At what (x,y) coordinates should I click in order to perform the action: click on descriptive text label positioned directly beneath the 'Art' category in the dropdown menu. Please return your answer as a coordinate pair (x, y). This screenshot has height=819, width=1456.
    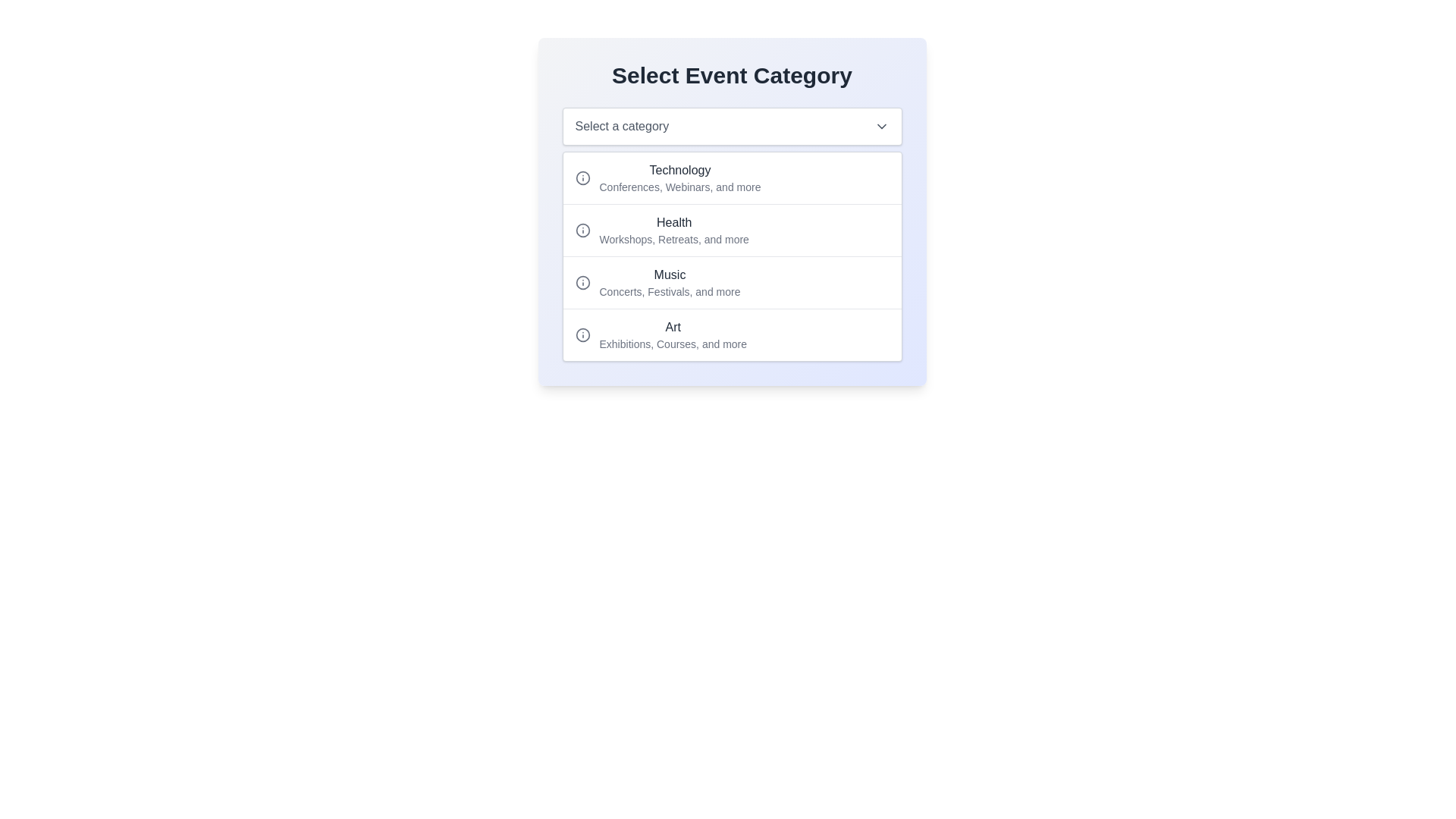
    Looking at the image, I should click on (672, 344).